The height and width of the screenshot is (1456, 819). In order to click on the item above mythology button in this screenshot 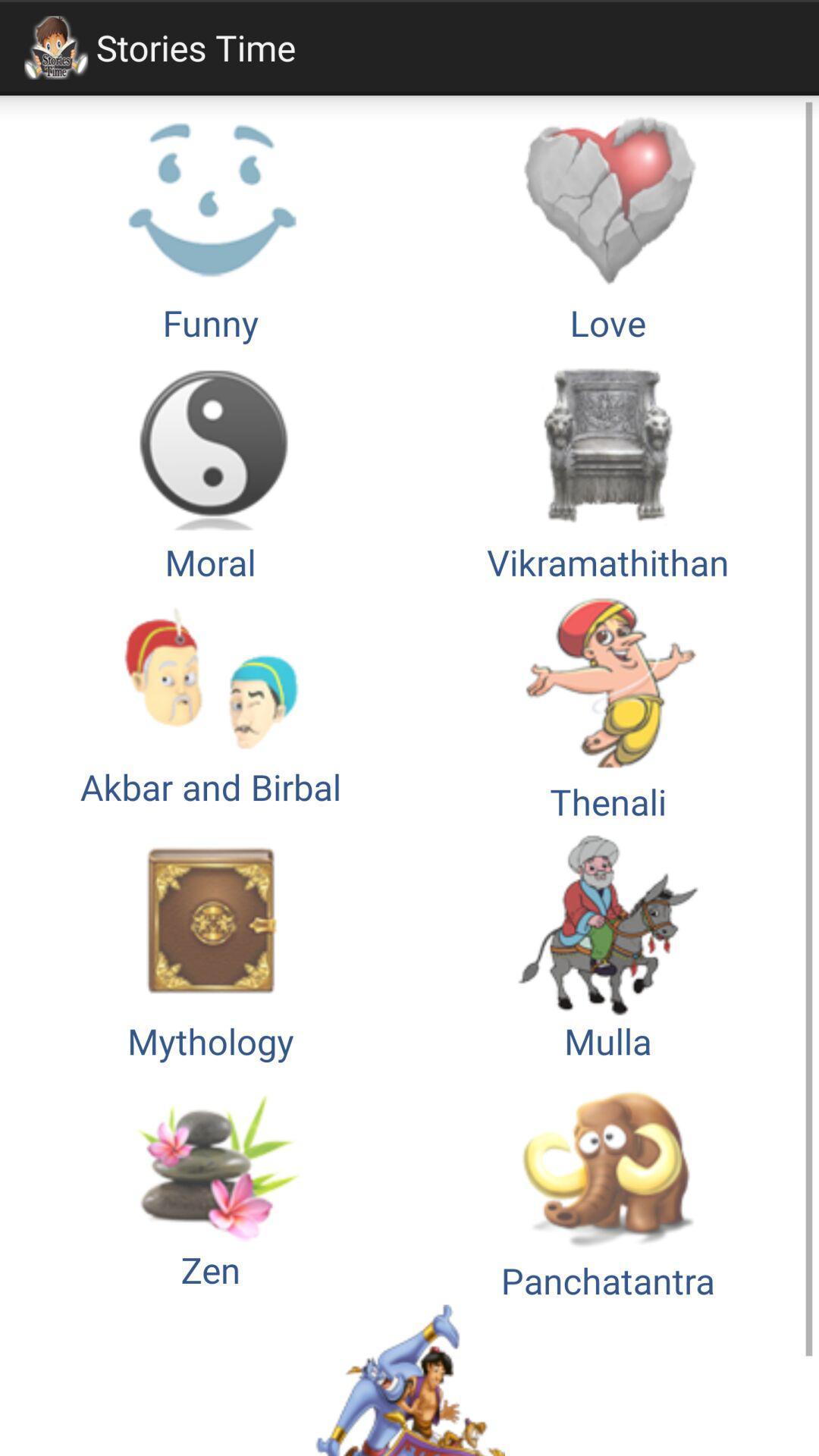, I will do `click(607, 705)`.